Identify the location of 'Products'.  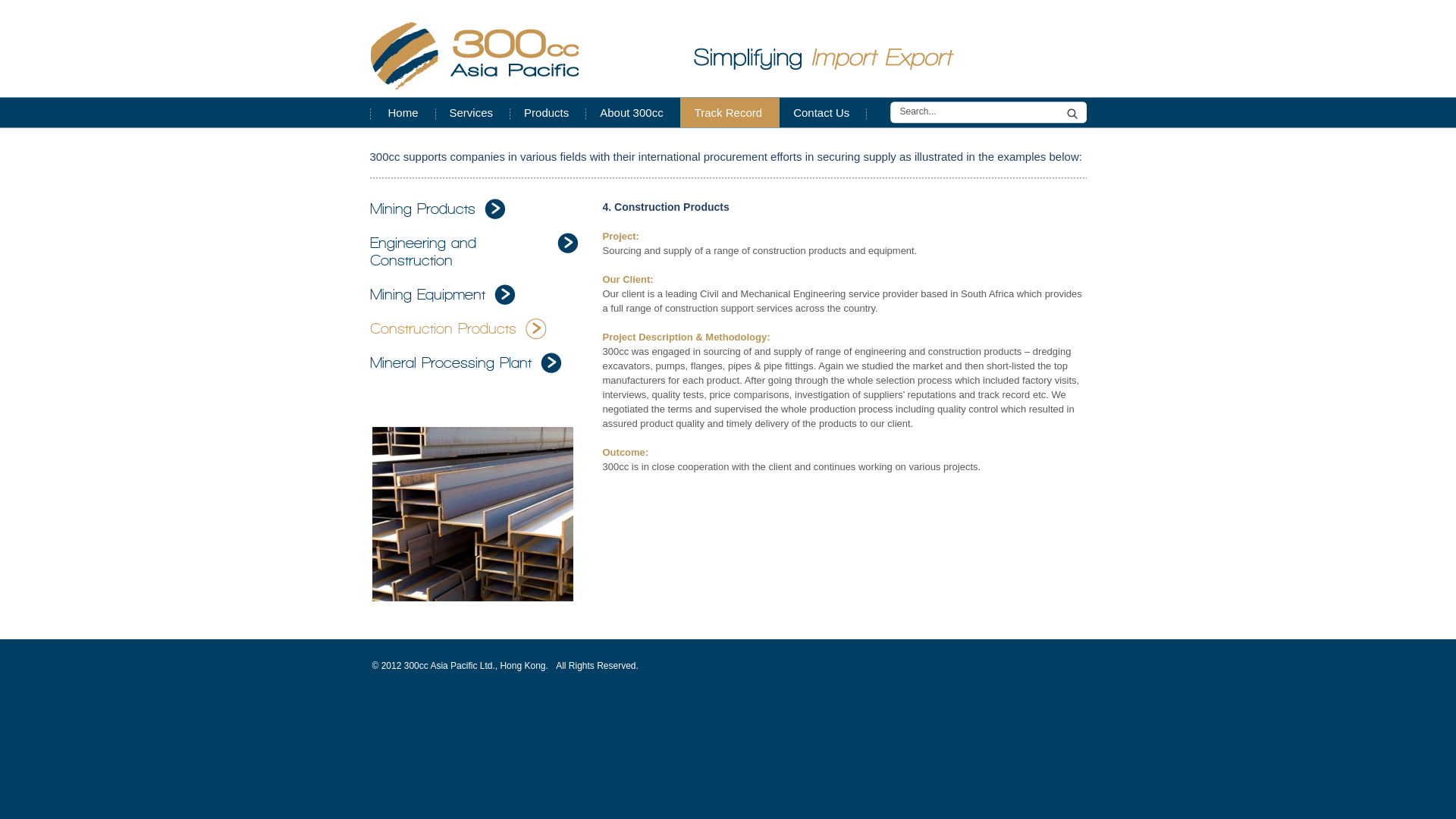
(547, 111).